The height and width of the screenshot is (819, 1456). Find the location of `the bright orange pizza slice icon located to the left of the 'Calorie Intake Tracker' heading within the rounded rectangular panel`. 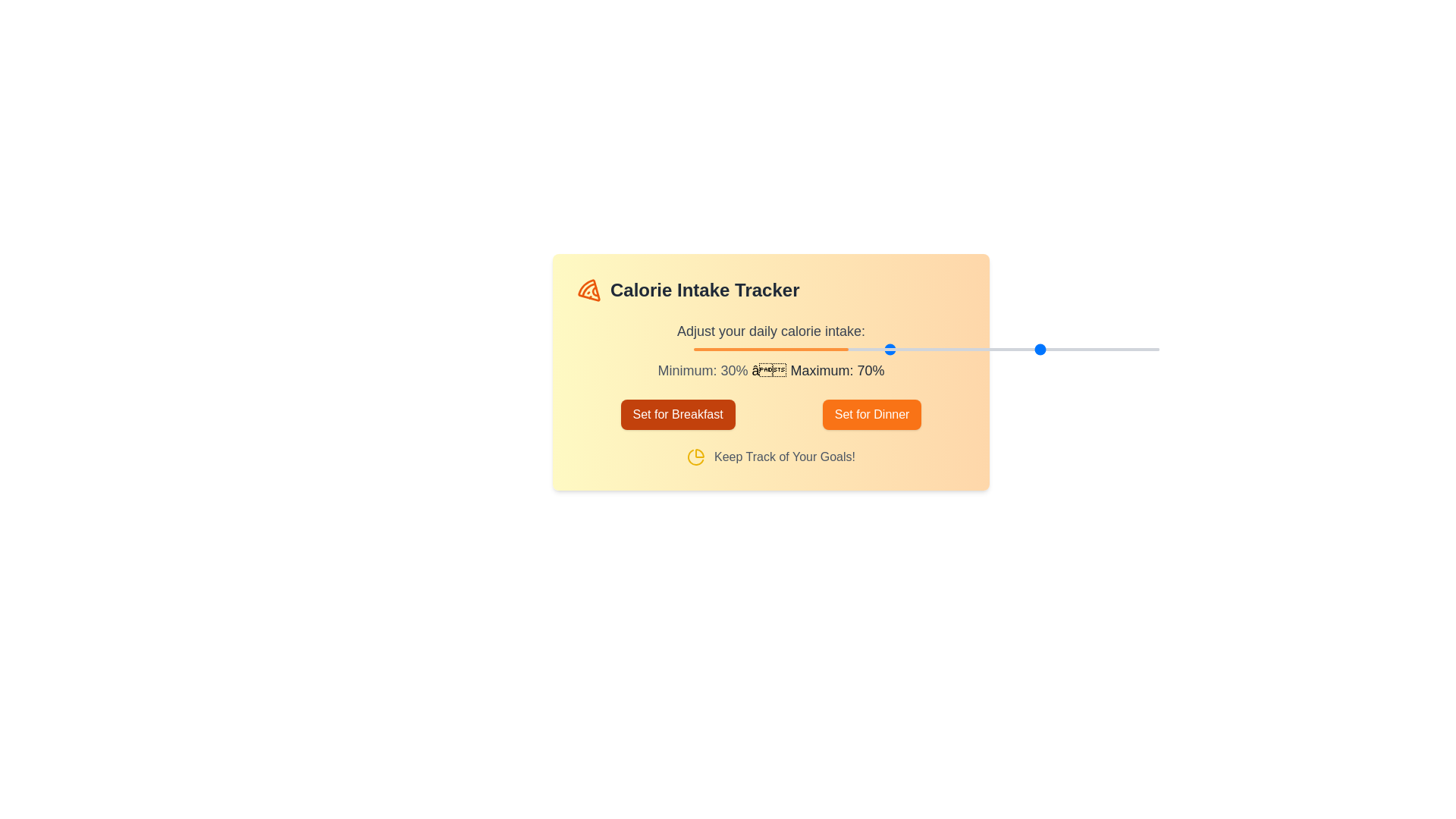

the bright orange pizza slice icon located to the left of the 'Calorie Intake Tracker' heading within the rounded rectangular panel is located at coordinates (595, 291).